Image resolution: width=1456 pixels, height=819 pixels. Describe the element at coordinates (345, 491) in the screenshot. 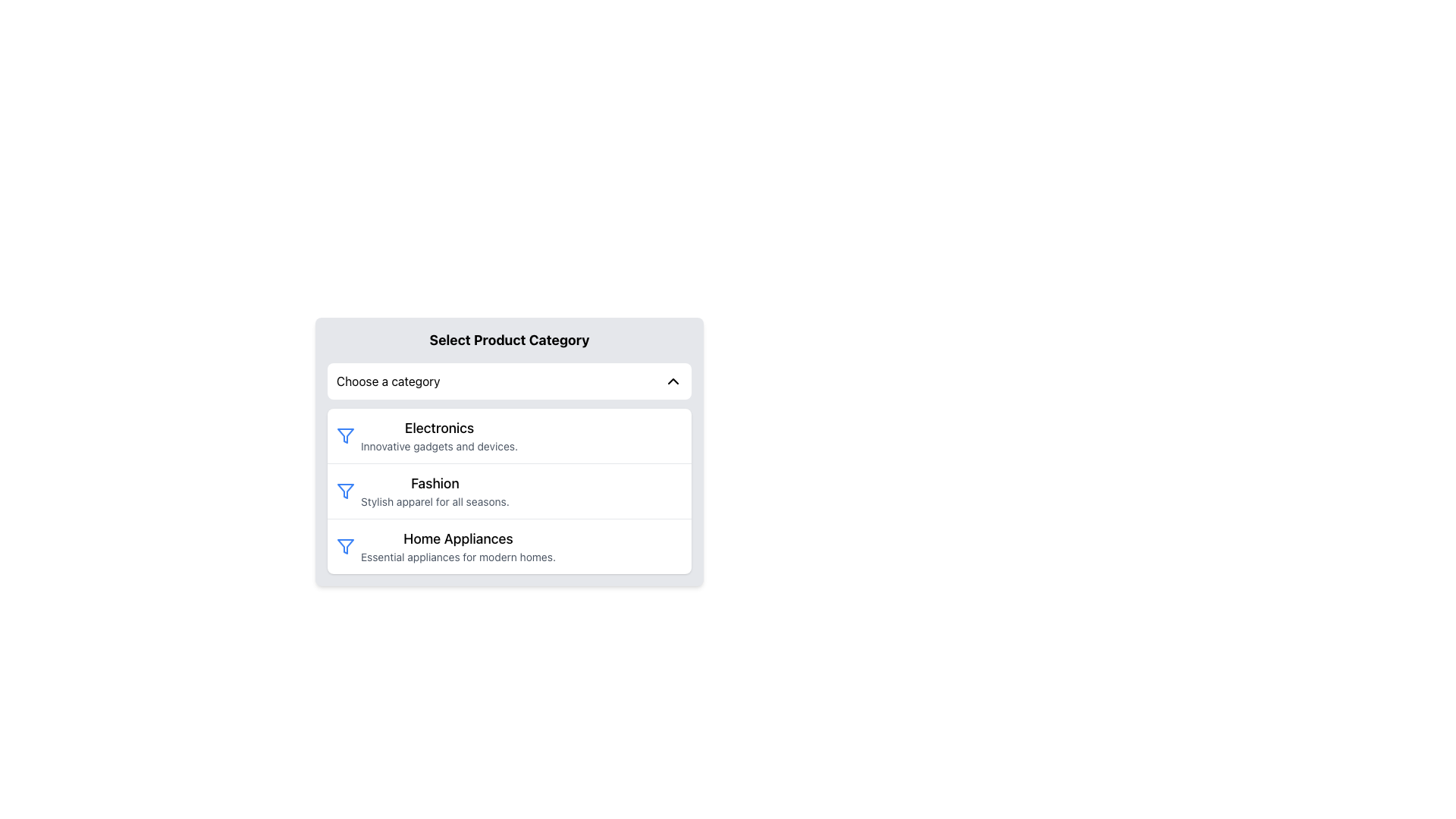

I see `the blue filter icon, which is a triangular funnel shape located to the left of the 'Electronics' text in the 'Select Product Category' interface` at that location.